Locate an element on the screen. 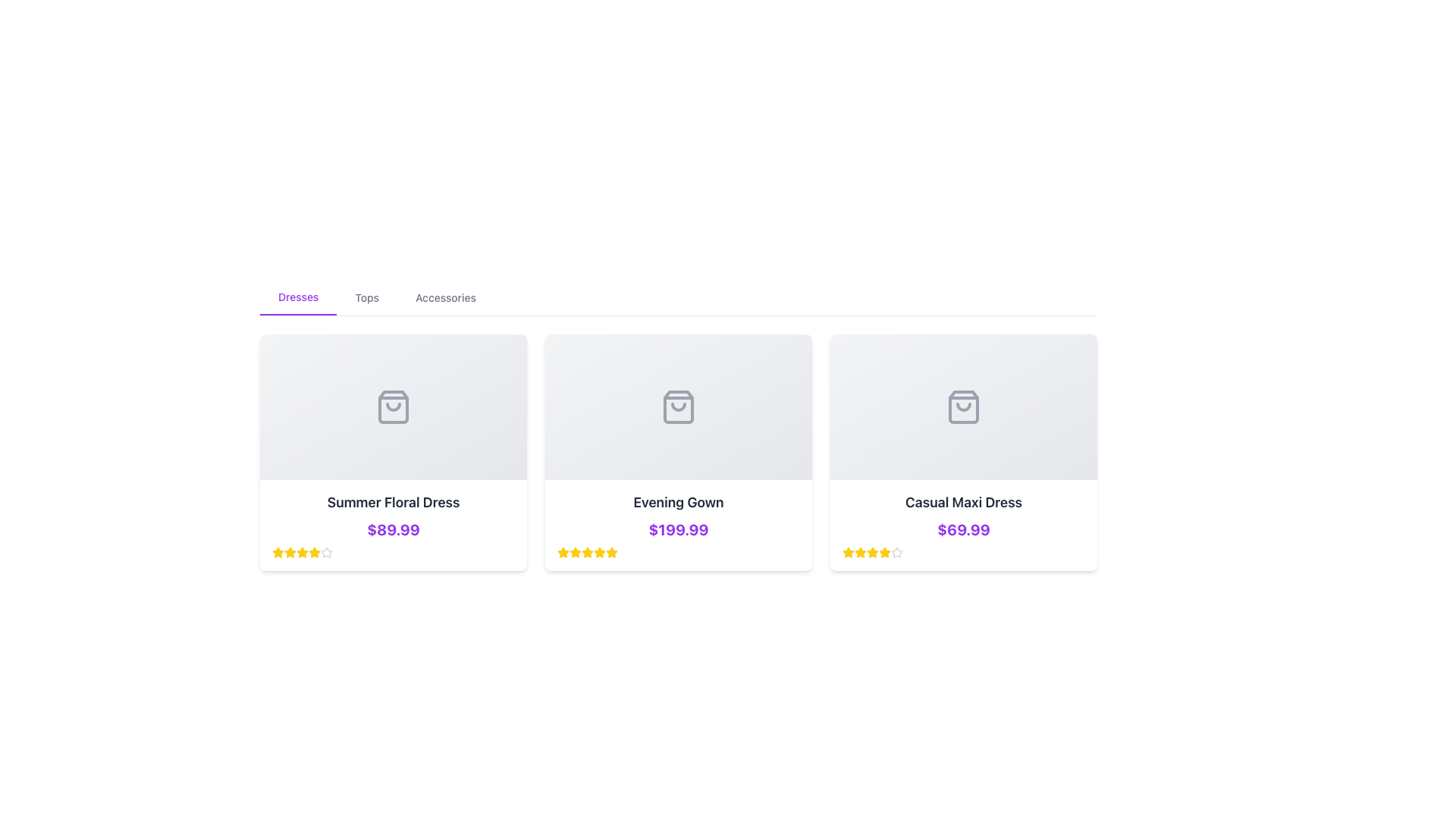 This screenshot has width=1456, height=819. the price '$89.99' displayed in bold is located at coordinates (393, 529).